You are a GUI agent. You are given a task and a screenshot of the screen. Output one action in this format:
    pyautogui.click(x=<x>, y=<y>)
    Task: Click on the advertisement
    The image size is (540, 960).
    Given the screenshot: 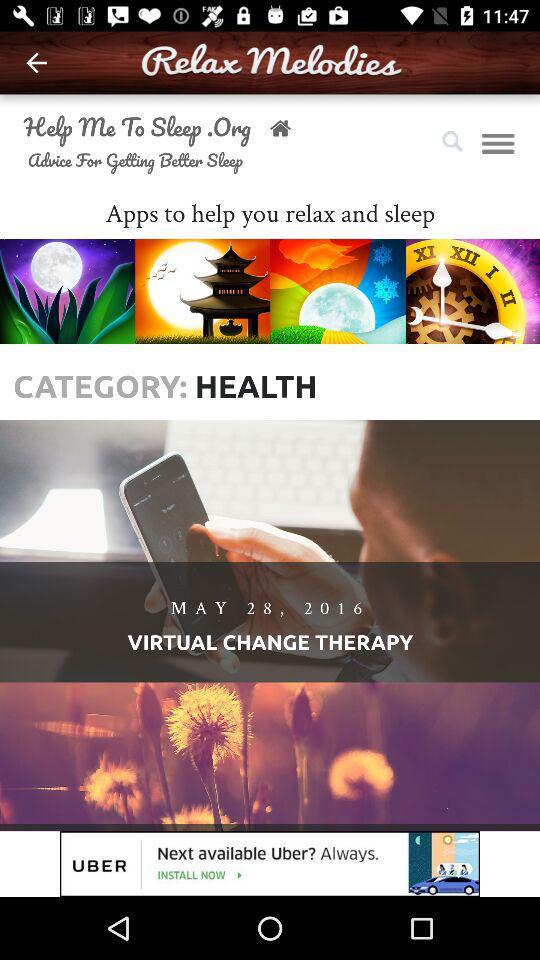 What is the action you would take?
    pyautogui.click(x=270, y=863)
    